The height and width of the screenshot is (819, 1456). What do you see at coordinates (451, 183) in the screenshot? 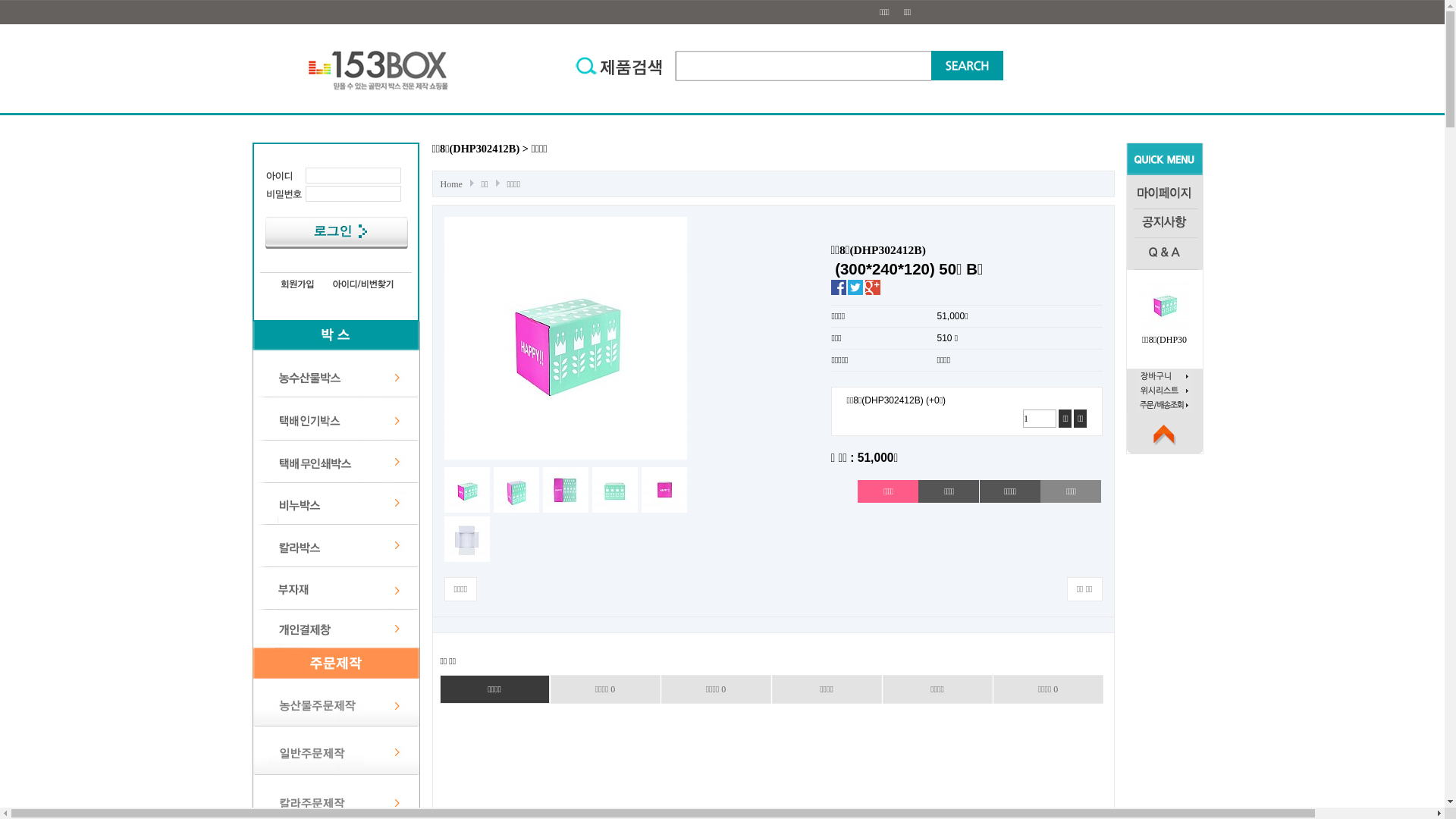
I see `'Home'` at bounding box center [451, 183].